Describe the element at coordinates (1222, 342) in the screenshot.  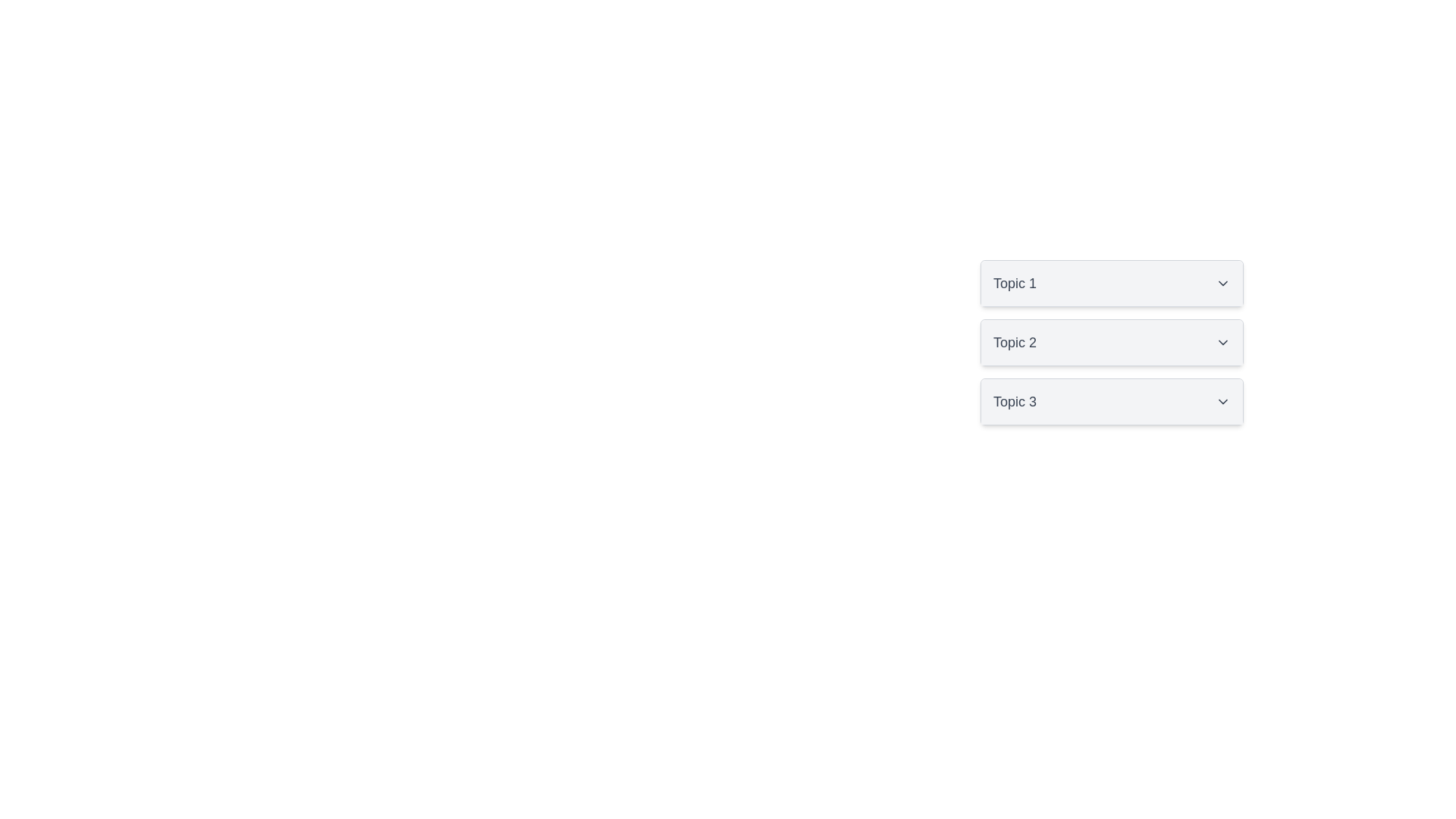
I see `the downward-facing chevron icon next to the text 'Topic 2' for visual feedback` at that location.